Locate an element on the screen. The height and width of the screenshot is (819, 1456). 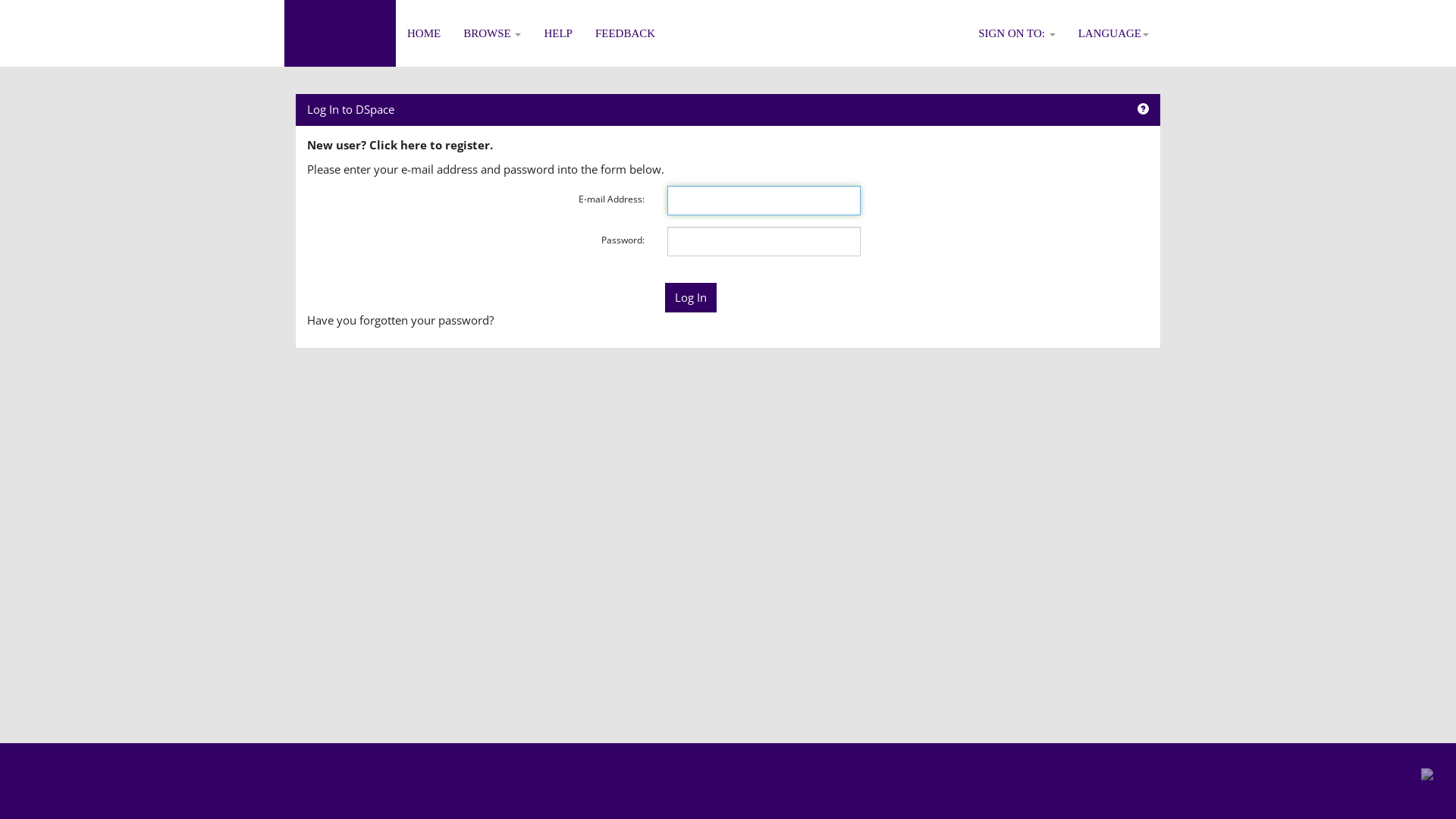
'New user? Click here to register.' is located at coordinates (400, 145).